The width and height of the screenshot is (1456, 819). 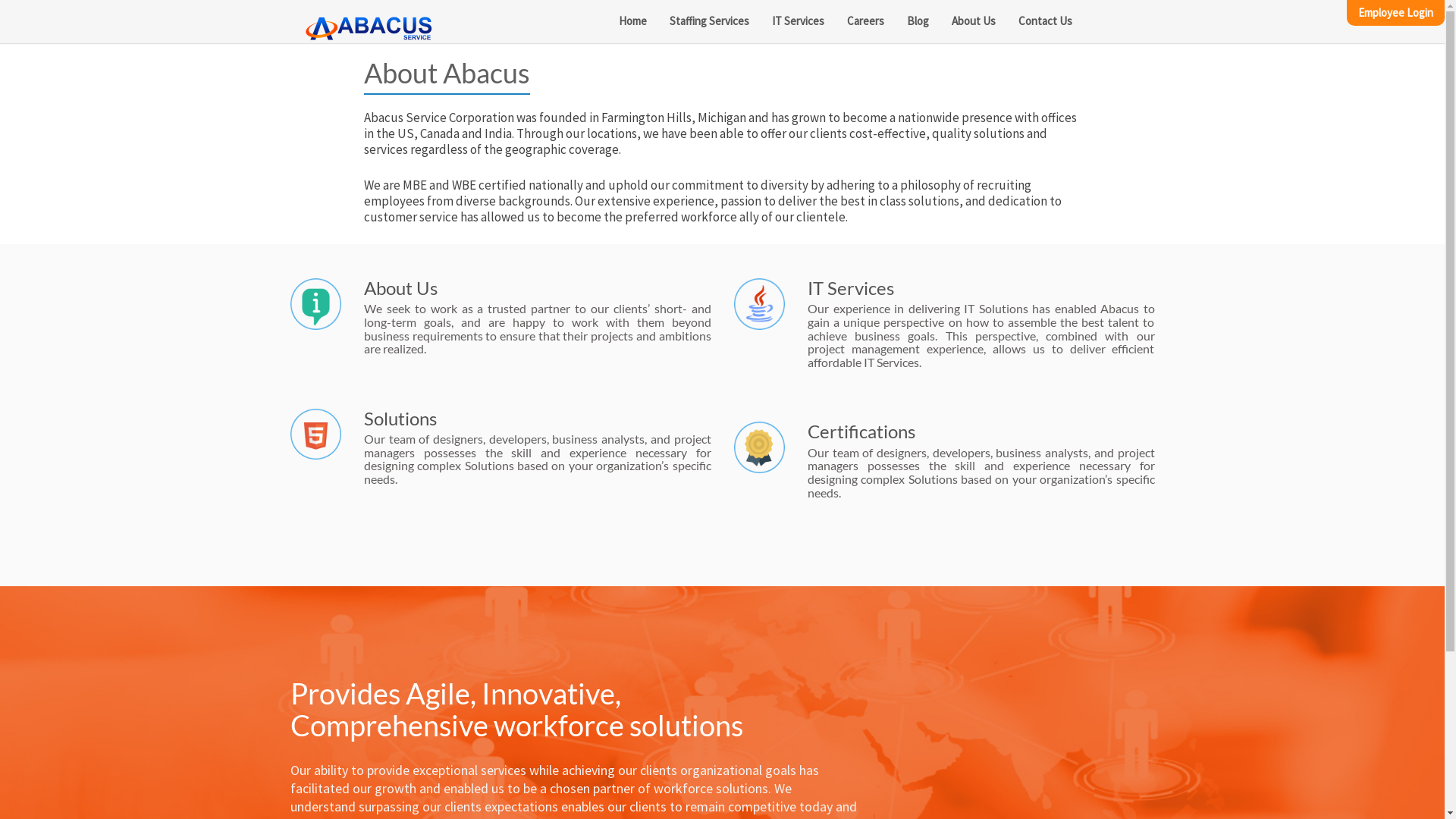 I want to click on 'Home', so click(x=632, y=20).